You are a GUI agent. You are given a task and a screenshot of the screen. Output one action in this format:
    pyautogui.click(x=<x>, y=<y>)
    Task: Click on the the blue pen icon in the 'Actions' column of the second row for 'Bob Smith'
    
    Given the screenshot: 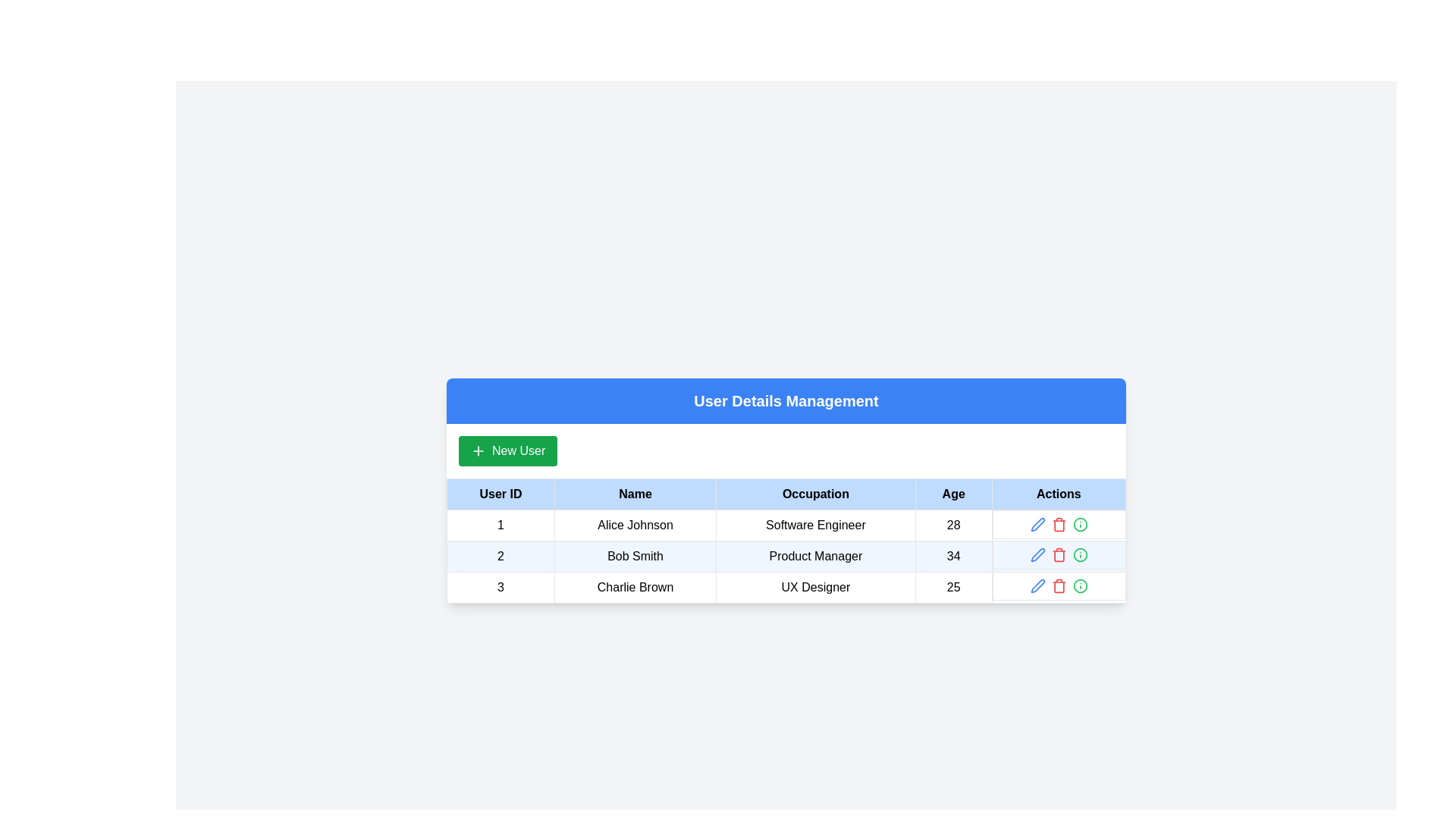 What is the action you would take?
    pyautogui.click(x=1037, y=523)
    